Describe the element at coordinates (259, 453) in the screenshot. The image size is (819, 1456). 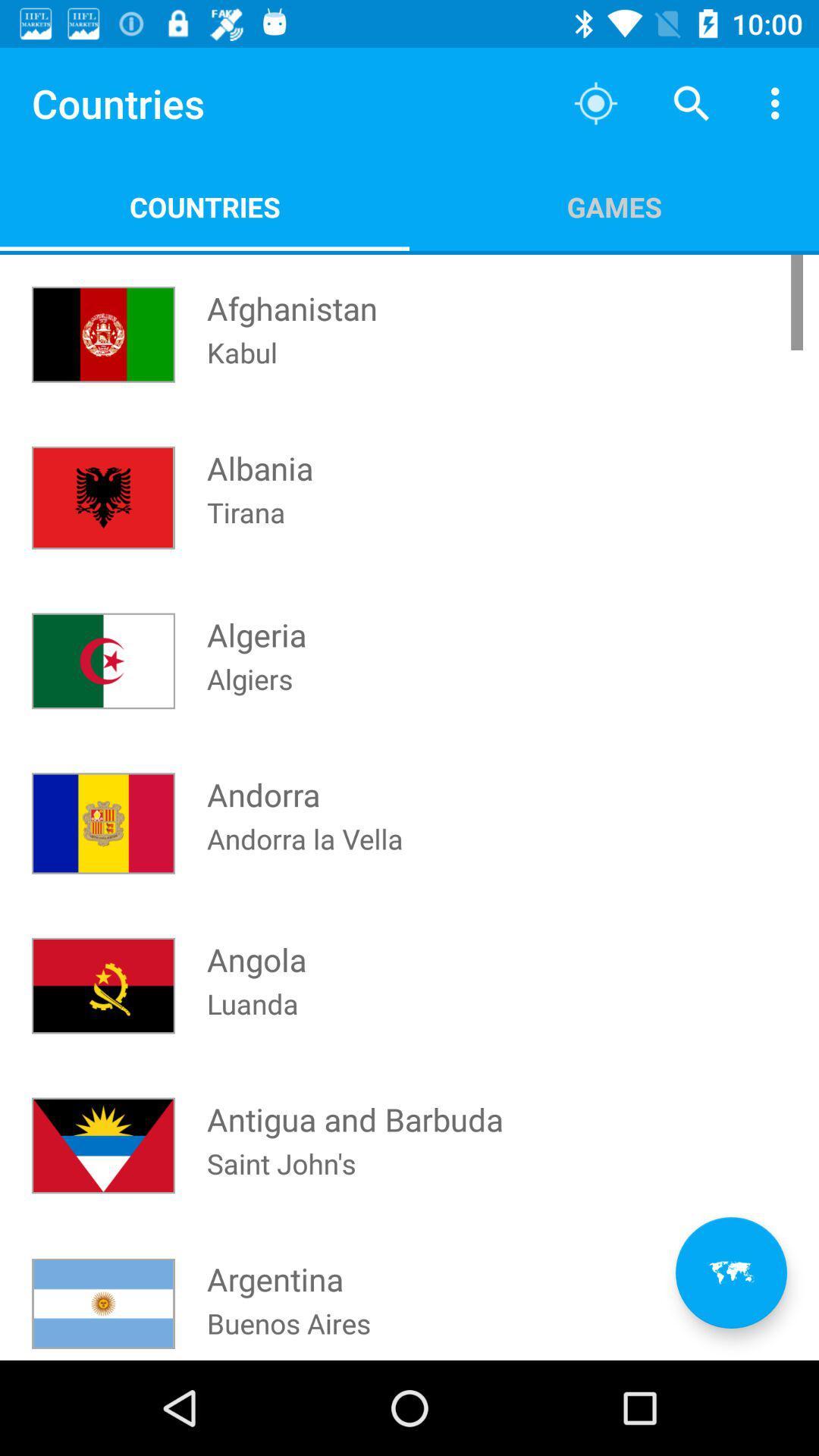
I see `albania item` at that location.